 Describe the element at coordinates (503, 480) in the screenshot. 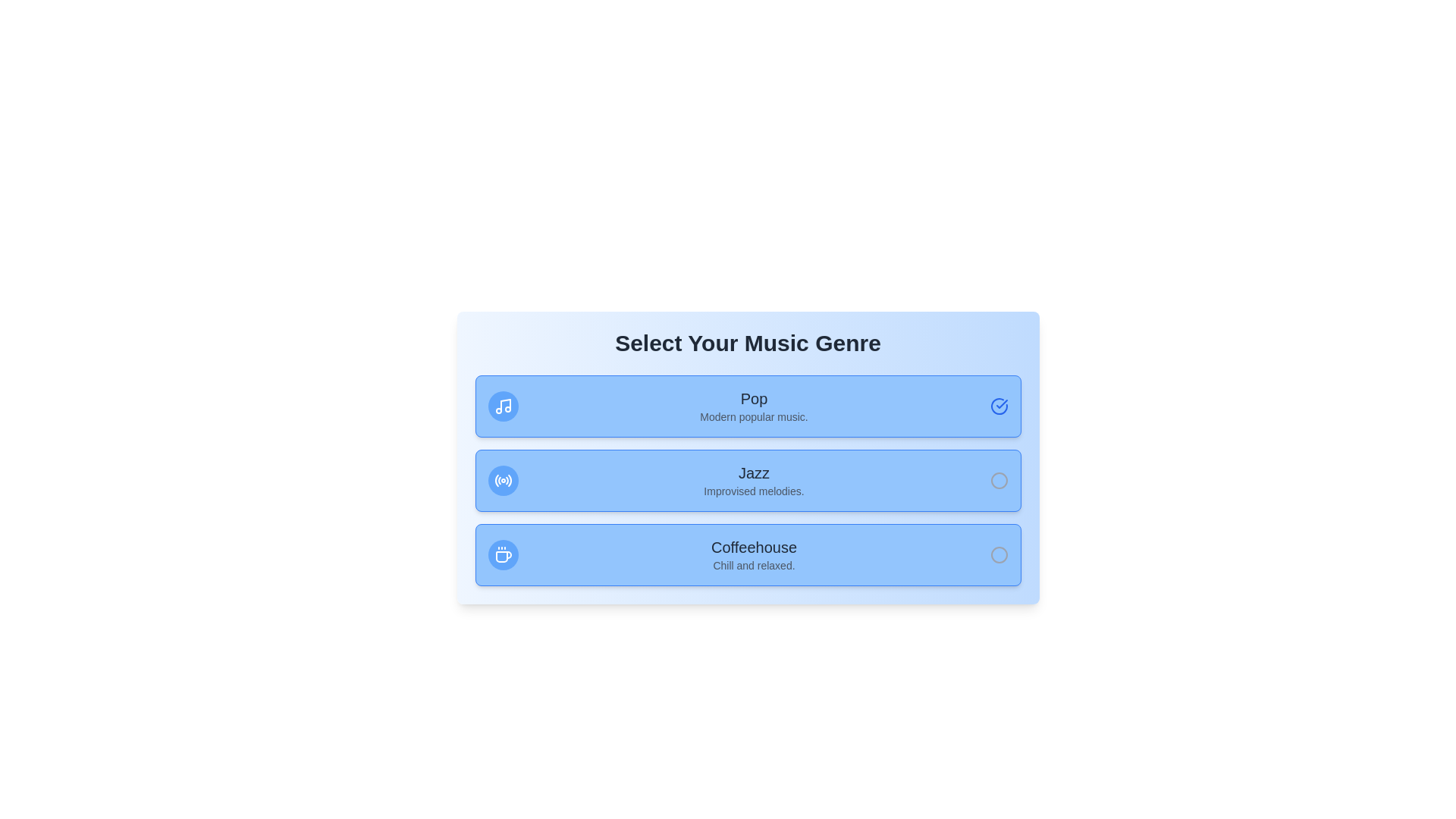

I see `the decorative icon next to the 'Jazz' option in the 'Select Your Music Genre' list` at that location.